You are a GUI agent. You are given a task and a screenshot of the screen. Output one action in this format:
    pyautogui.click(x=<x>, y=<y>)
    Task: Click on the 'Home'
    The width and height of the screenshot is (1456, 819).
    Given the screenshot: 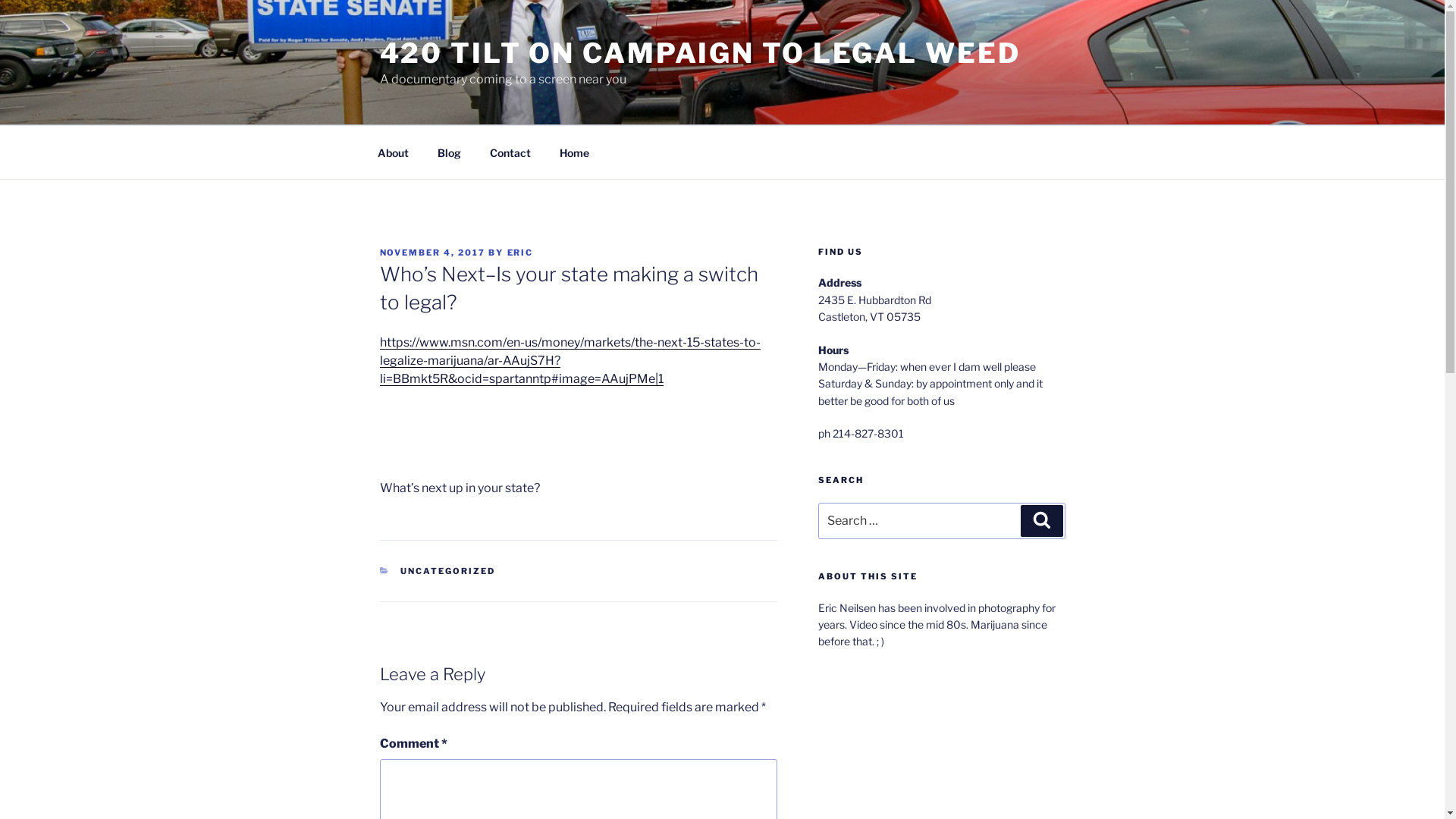 What is the action you would take?
    pyautogui.click(x=573, y=152)
    